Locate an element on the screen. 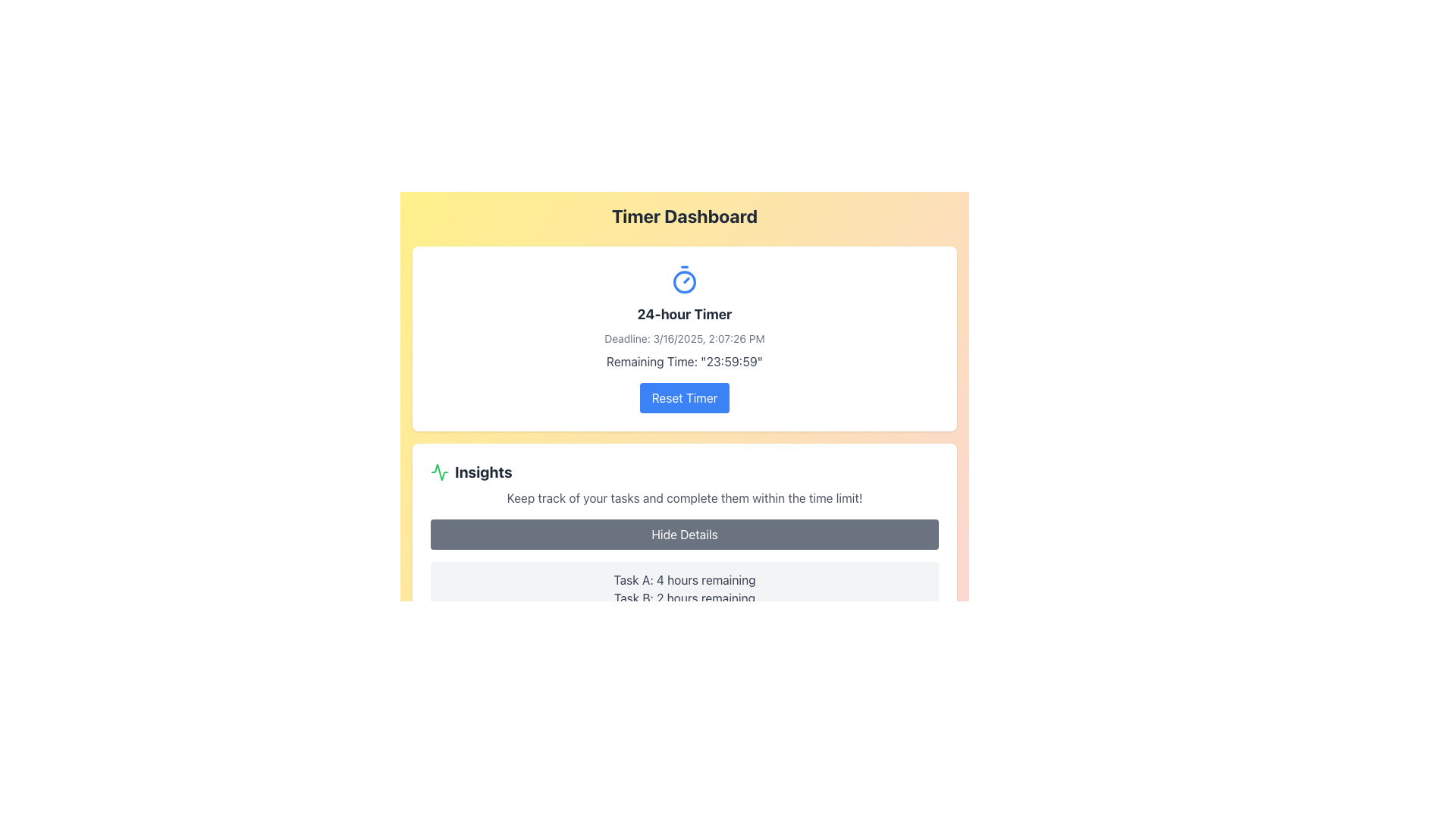 Image resolution: width=1456 pixels, height=819 pixels. the text label displaying 'Deadline: 3/16/2025, 2:07:26 PM', which is positioned below the '24-hour Timer' title and above the 'Remaining Time: 23:59:59' text is located at coordinates (683, 338).